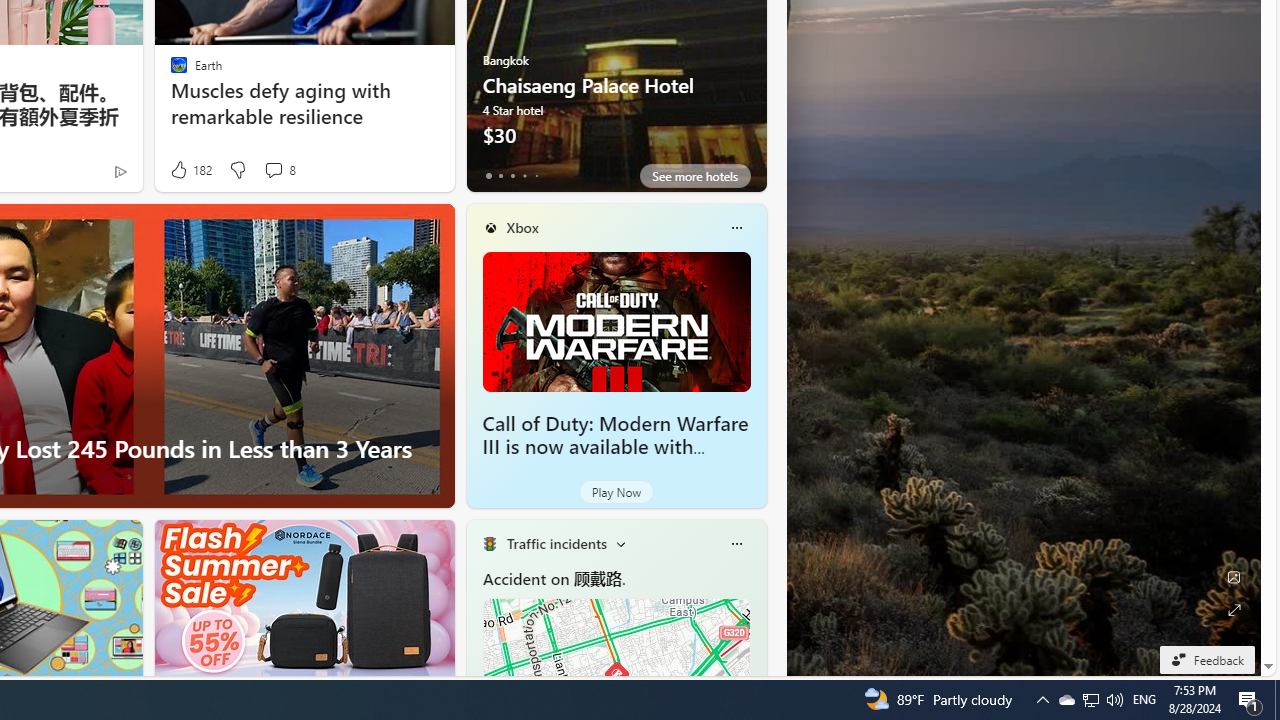 The height and width of the screenshot is (720, 1280). I want to click on 'tab-4', so click(536, 175).